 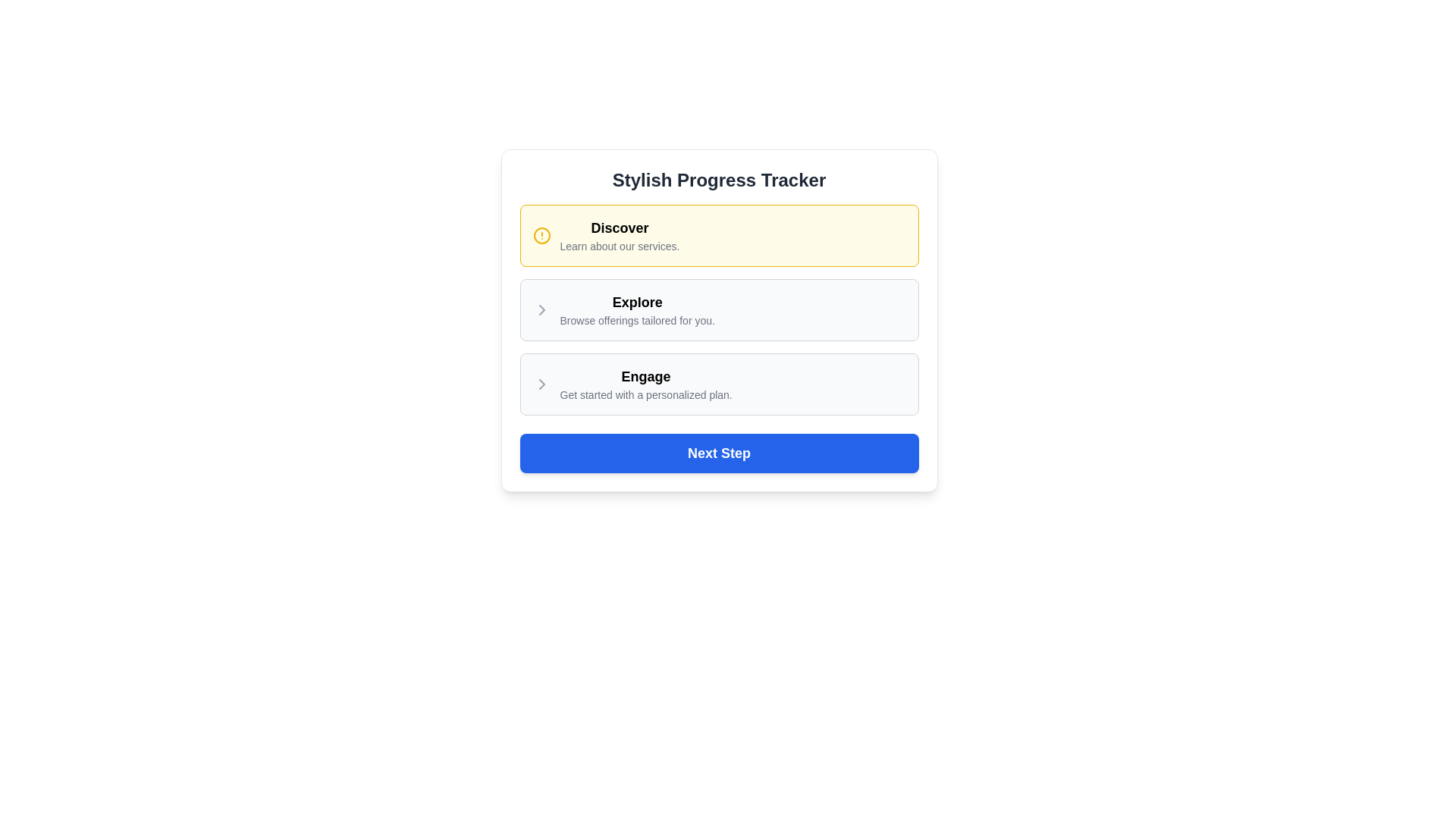 I want to click on text content that serves as a header and description for the 'Discover' option, located in the highlighted box at the top section of the interface, so click(x=620, y=236).